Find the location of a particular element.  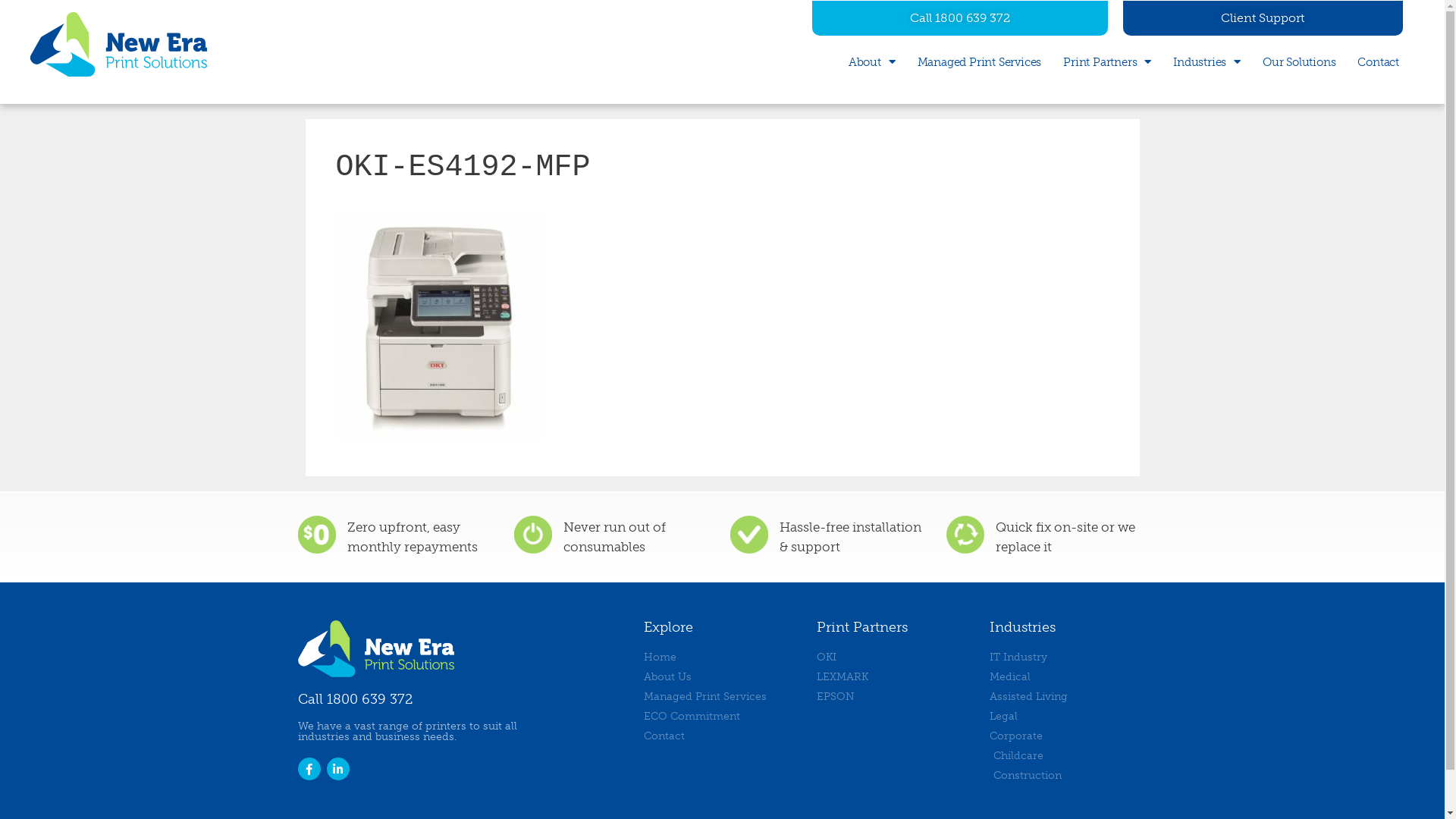

'IT Industry' is located at coordinates (989, 656).